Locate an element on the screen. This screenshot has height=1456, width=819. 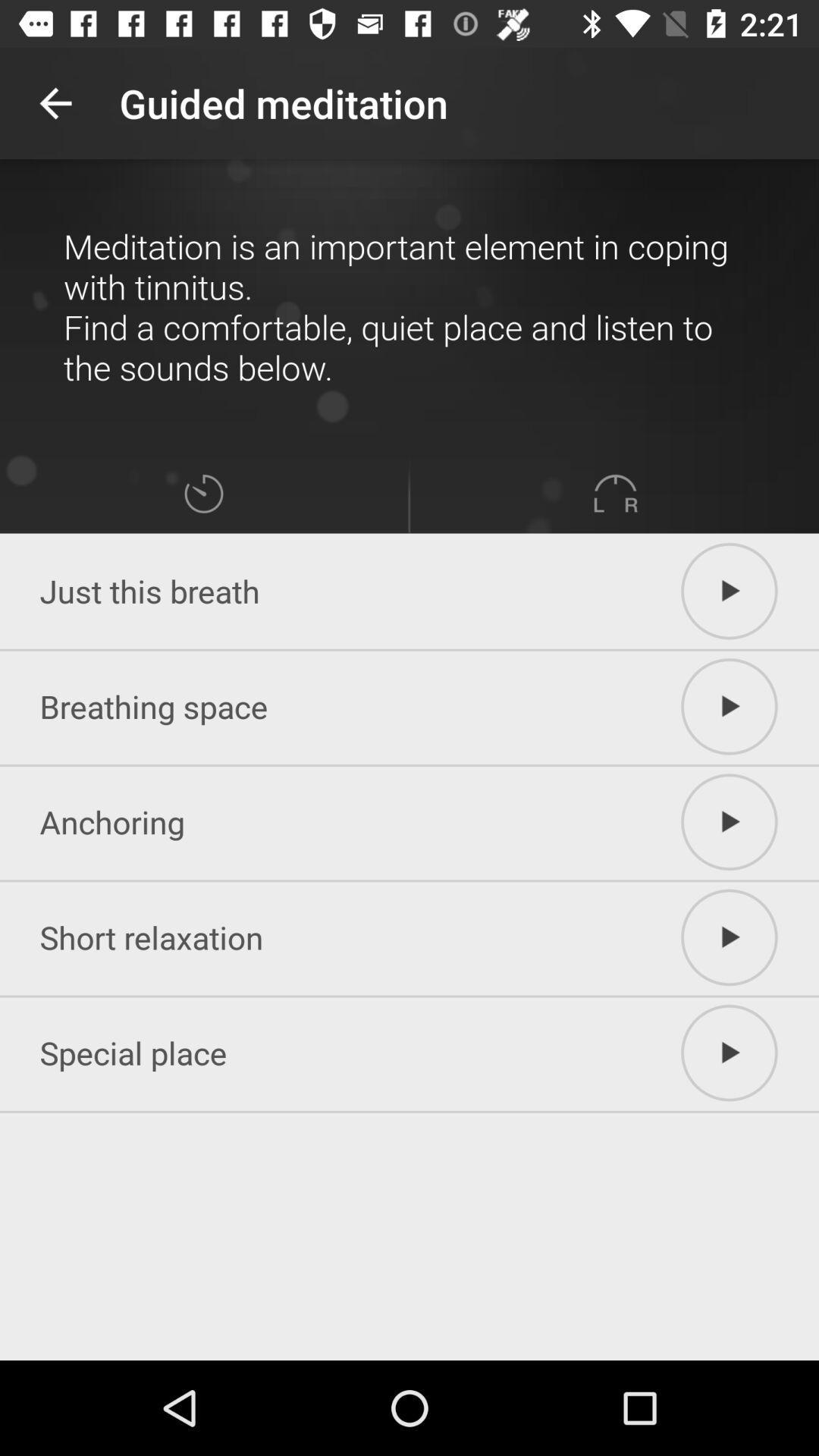
the item on the left is located at coordinates (202, 494).